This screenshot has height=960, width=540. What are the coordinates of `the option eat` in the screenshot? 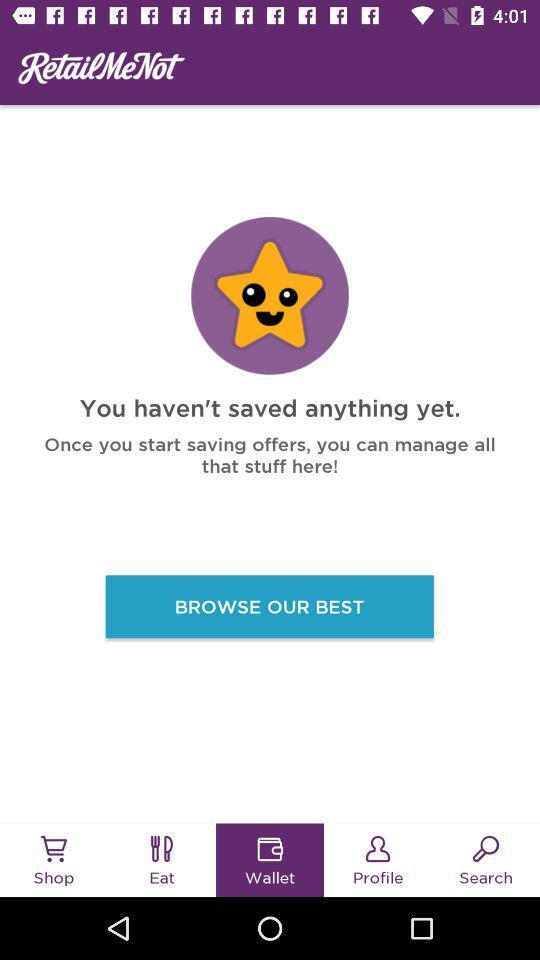 It's located at (161, 848).